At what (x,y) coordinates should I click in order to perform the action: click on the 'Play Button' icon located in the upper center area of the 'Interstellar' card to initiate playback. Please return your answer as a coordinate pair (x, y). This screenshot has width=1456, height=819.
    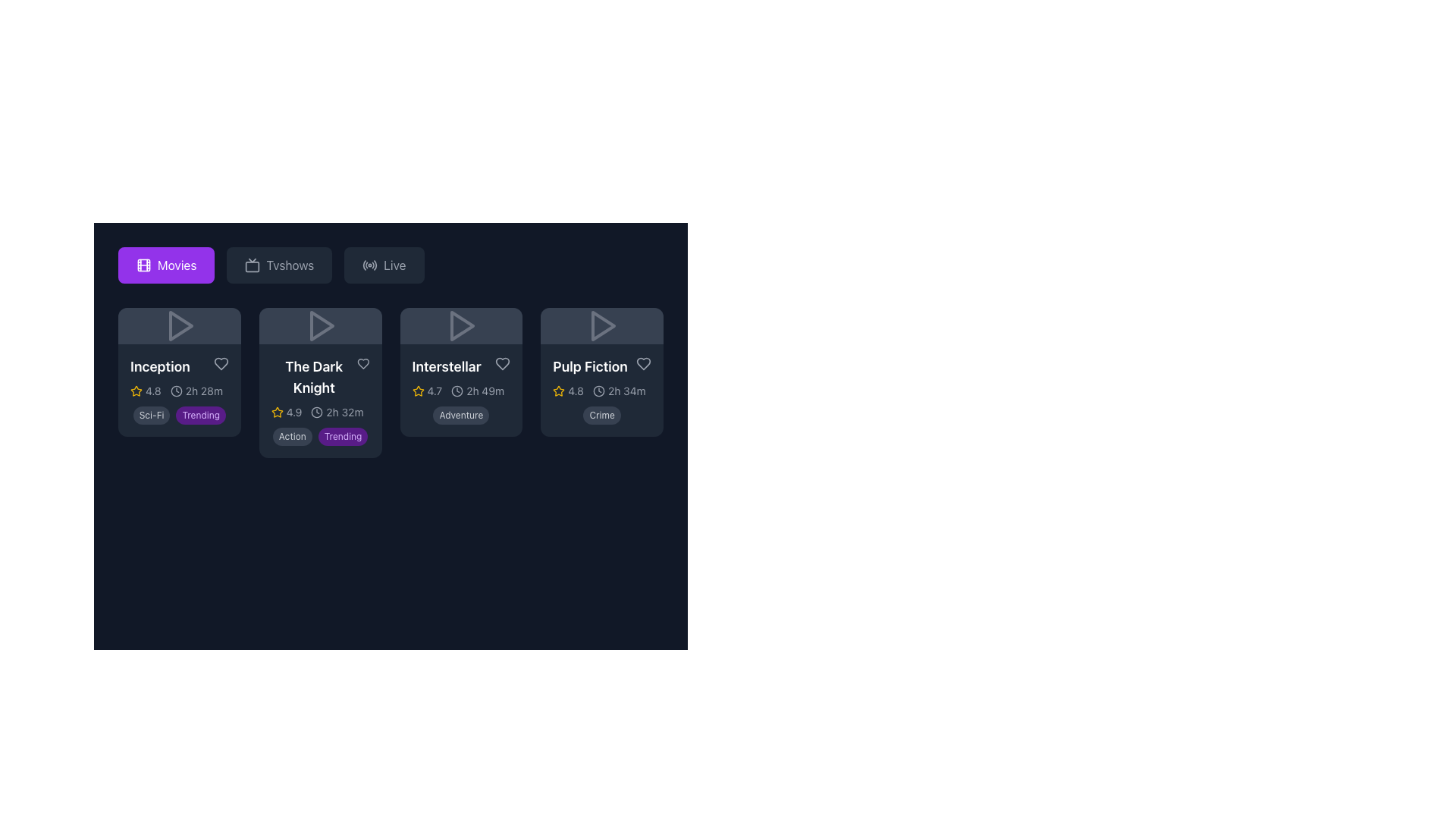
    Looking at the image, I should click on (460, 325).